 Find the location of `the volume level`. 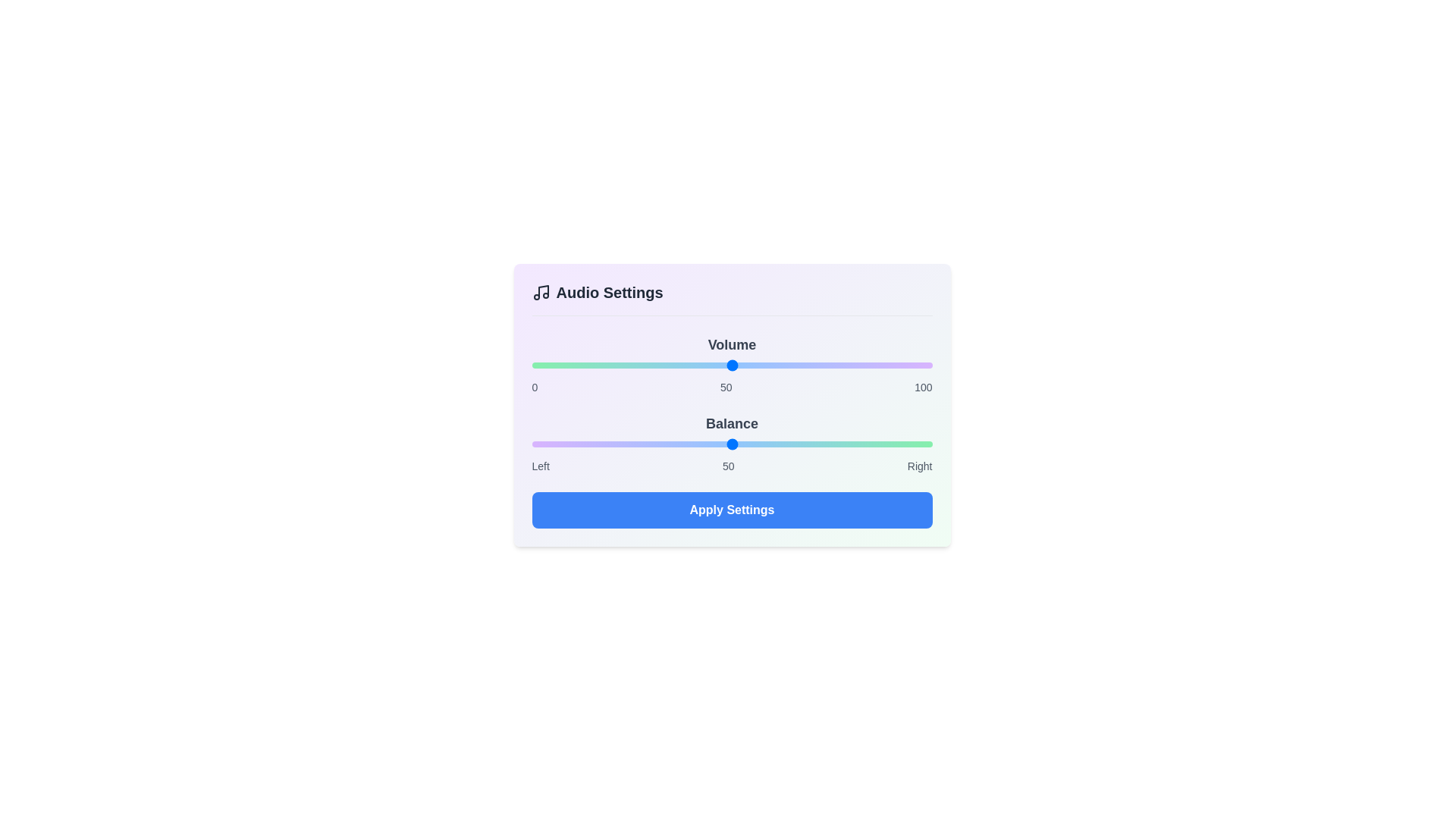

the volume level is located at coordinates (616, 366).